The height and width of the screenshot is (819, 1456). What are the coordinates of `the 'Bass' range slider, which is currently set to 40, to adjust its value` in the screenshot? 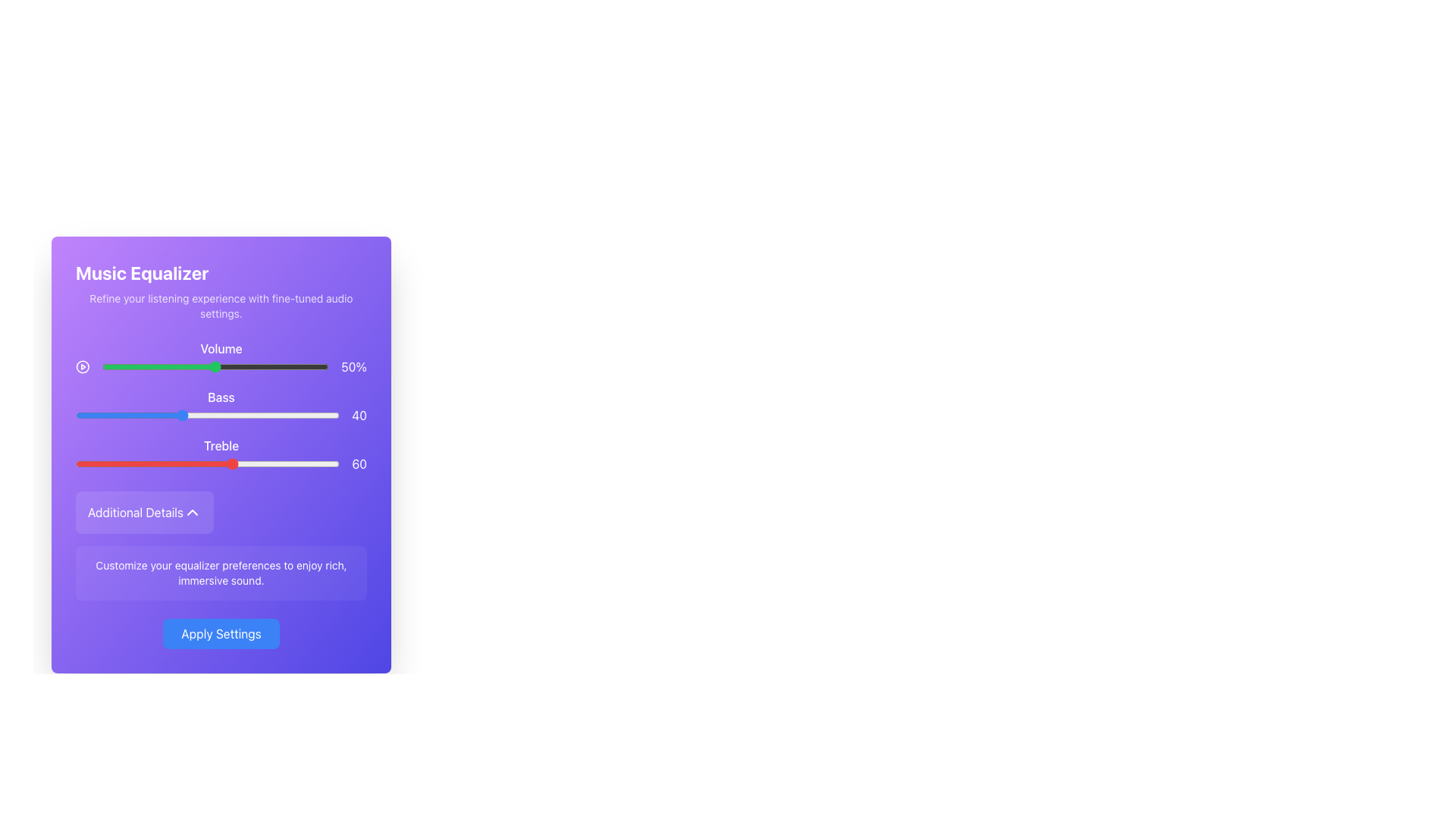 It's located at (221, 406).